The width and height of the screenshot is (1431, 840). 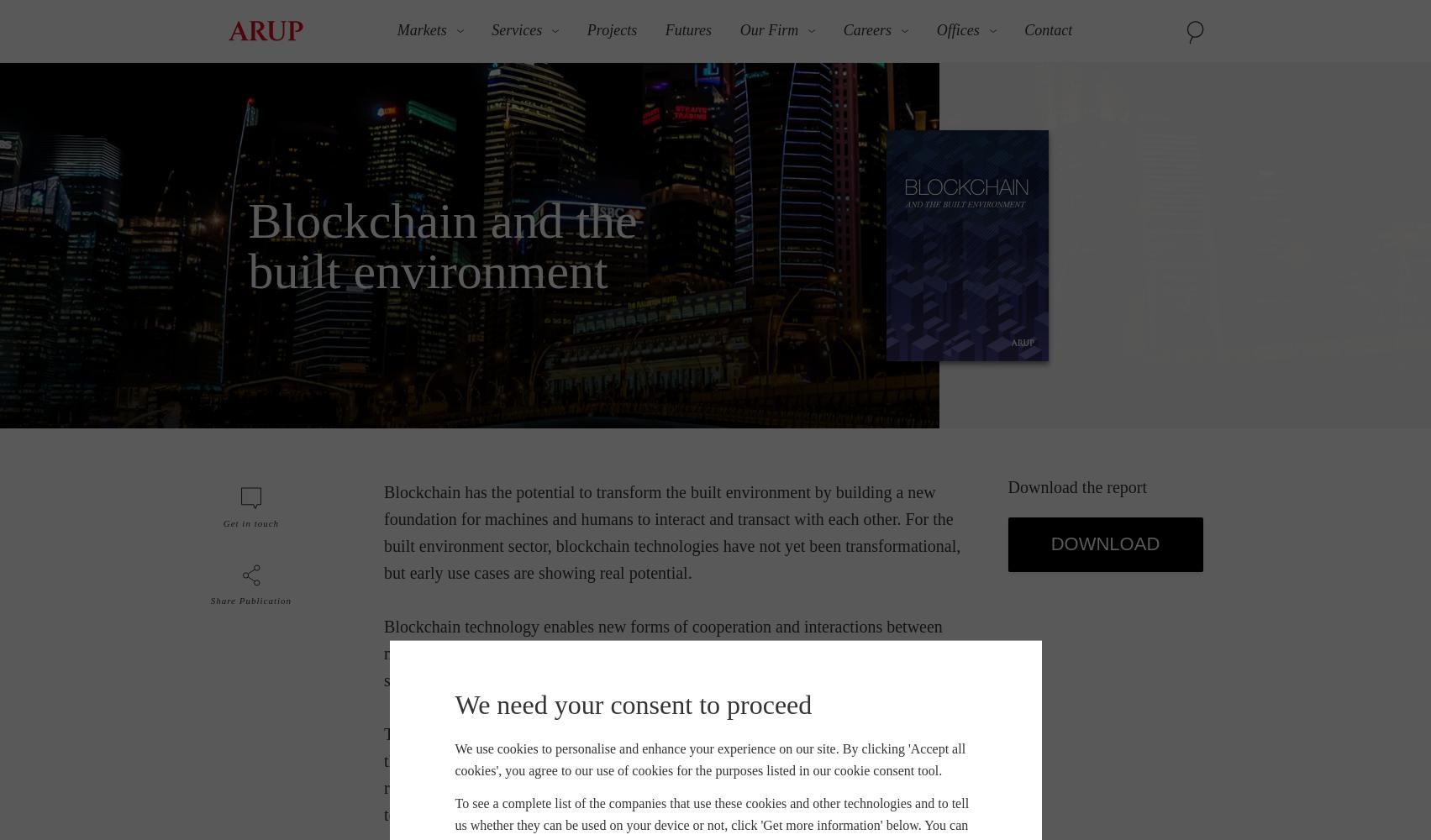 I want to click on 'Singapore', so click(x=992, y=390).